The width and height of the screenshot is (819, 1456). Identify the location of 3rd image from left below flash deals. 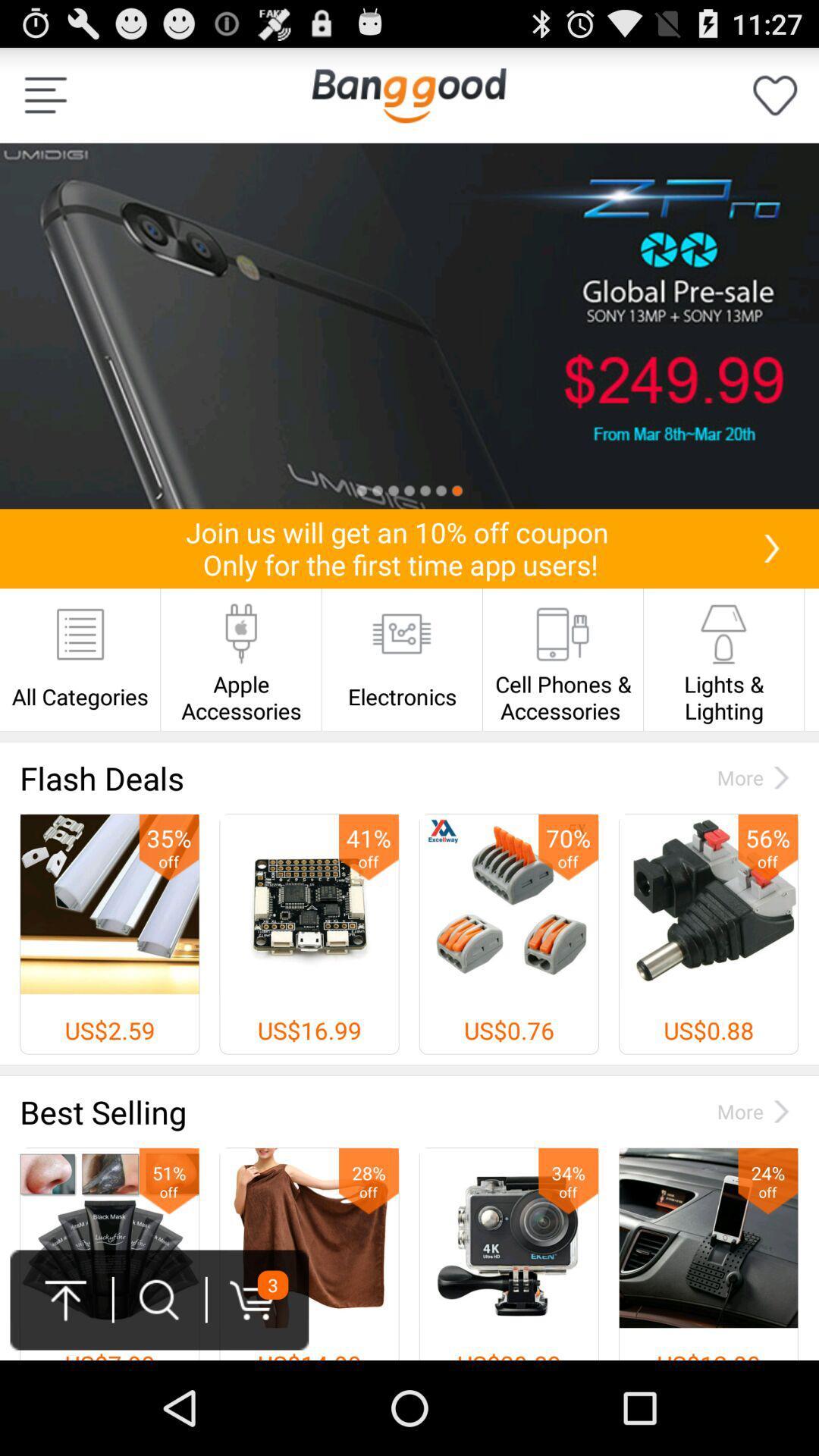
(509, 934).